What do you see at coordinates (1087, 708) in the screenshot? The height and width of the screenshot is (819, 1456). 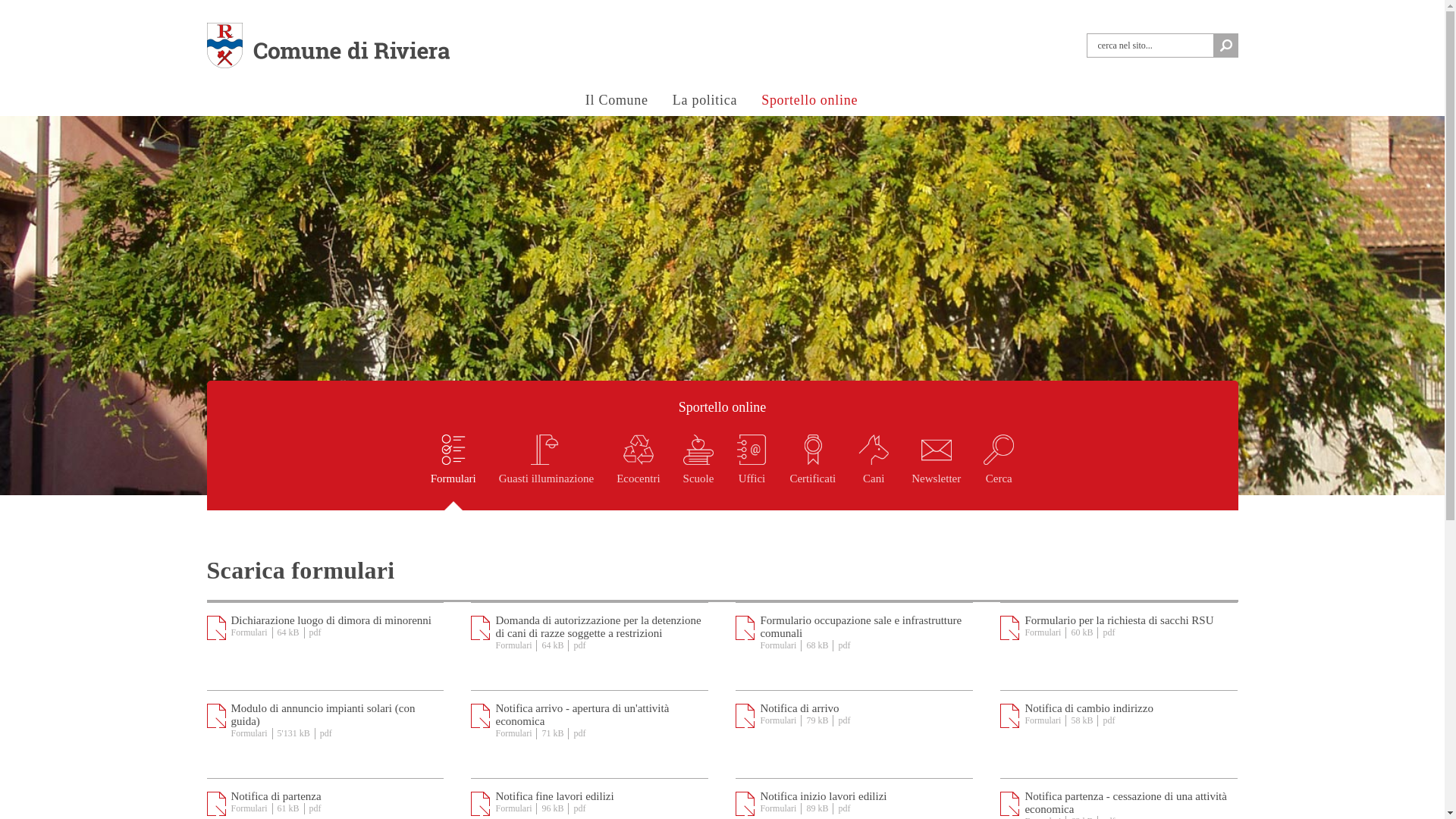 I see `'Notifica di cambio indirizzo'` at bounding box center [1087, 708].